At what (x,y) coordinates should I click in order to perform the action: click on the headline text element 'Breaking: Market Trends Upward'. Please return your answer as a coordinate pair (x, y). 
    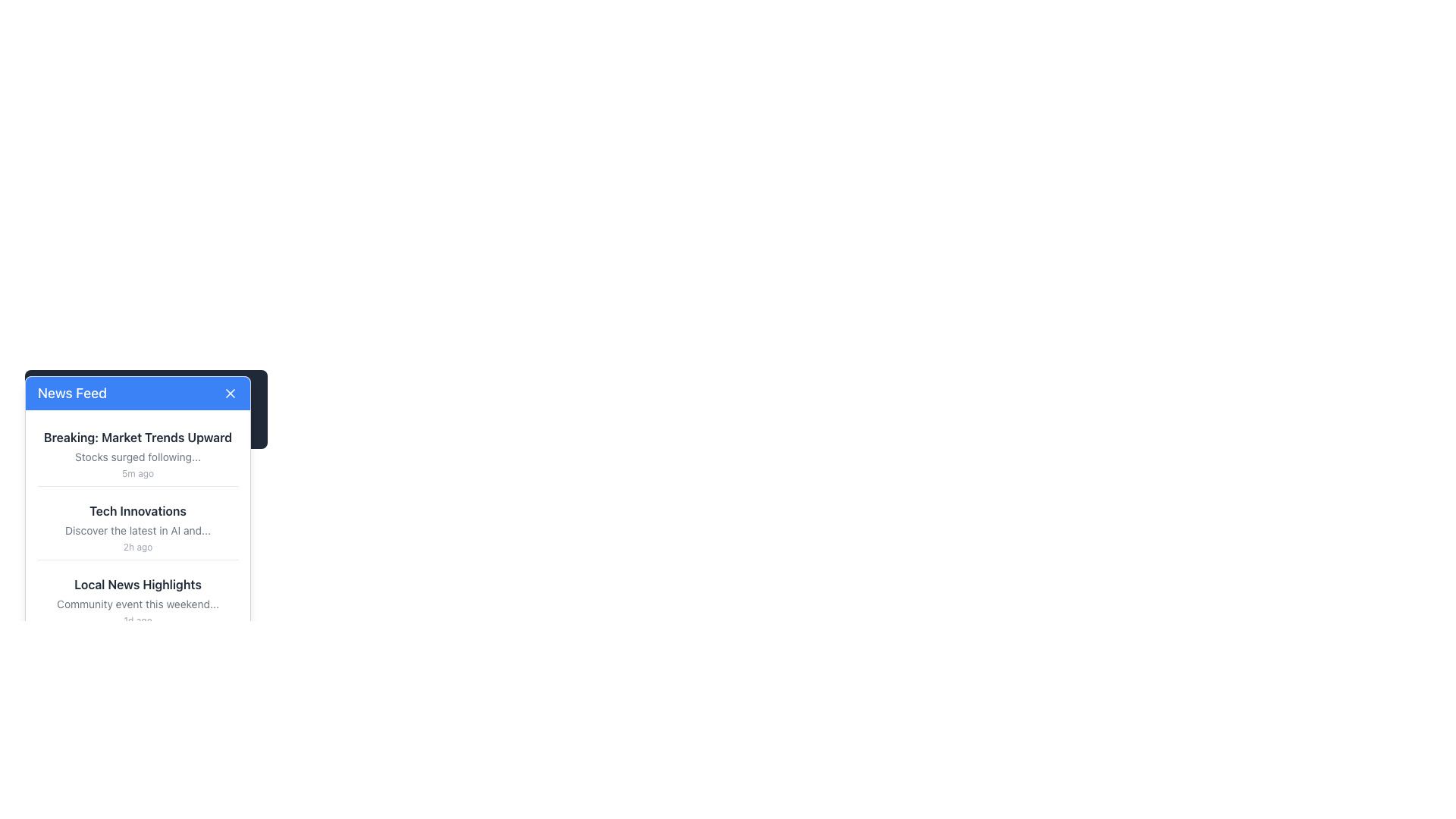
    Looking at the image, I should click on (138, 438).